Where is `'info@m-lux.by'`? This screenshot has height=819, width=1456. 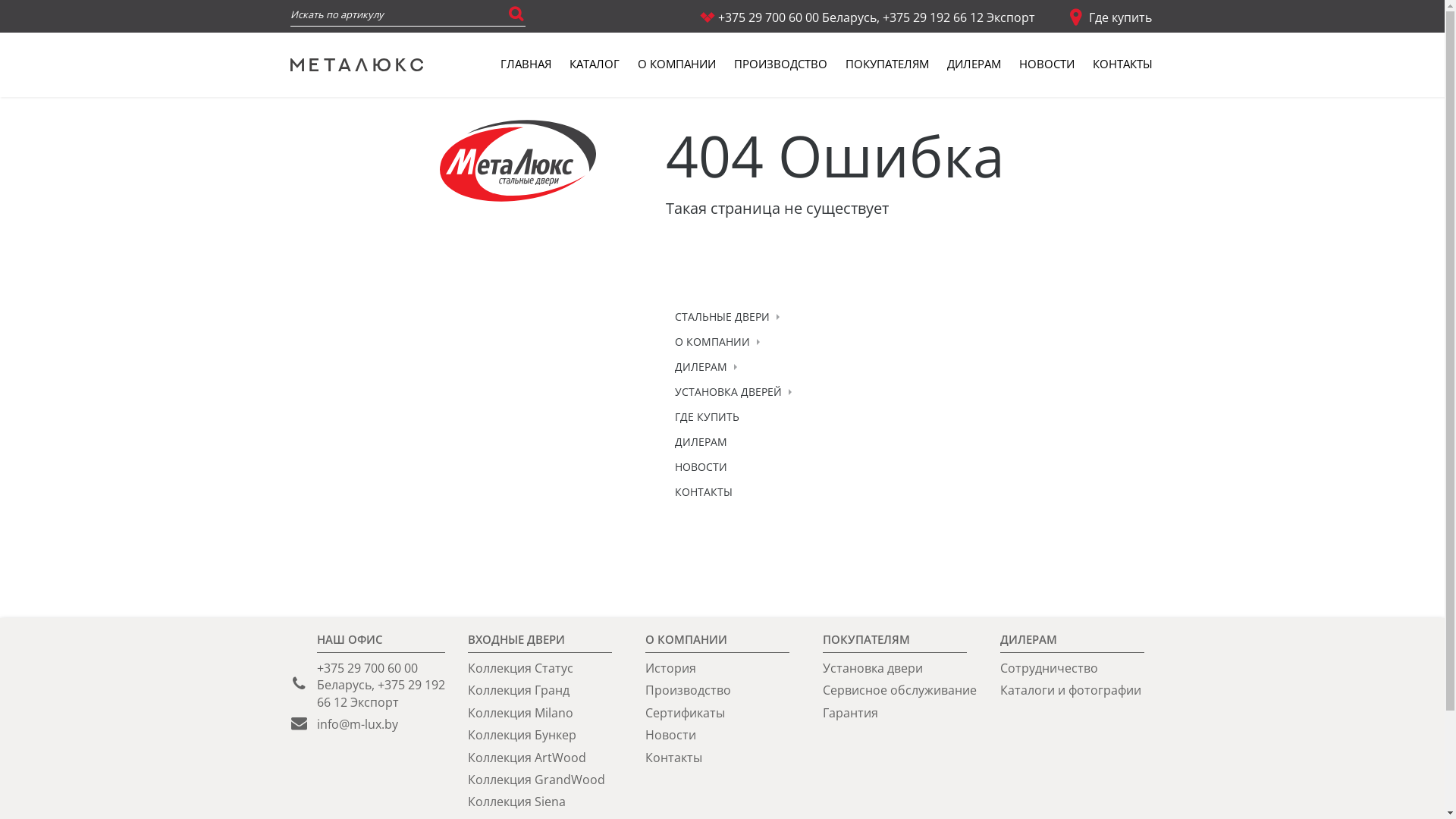 'info@m-lux.by' is located at coordinates (356, 723).